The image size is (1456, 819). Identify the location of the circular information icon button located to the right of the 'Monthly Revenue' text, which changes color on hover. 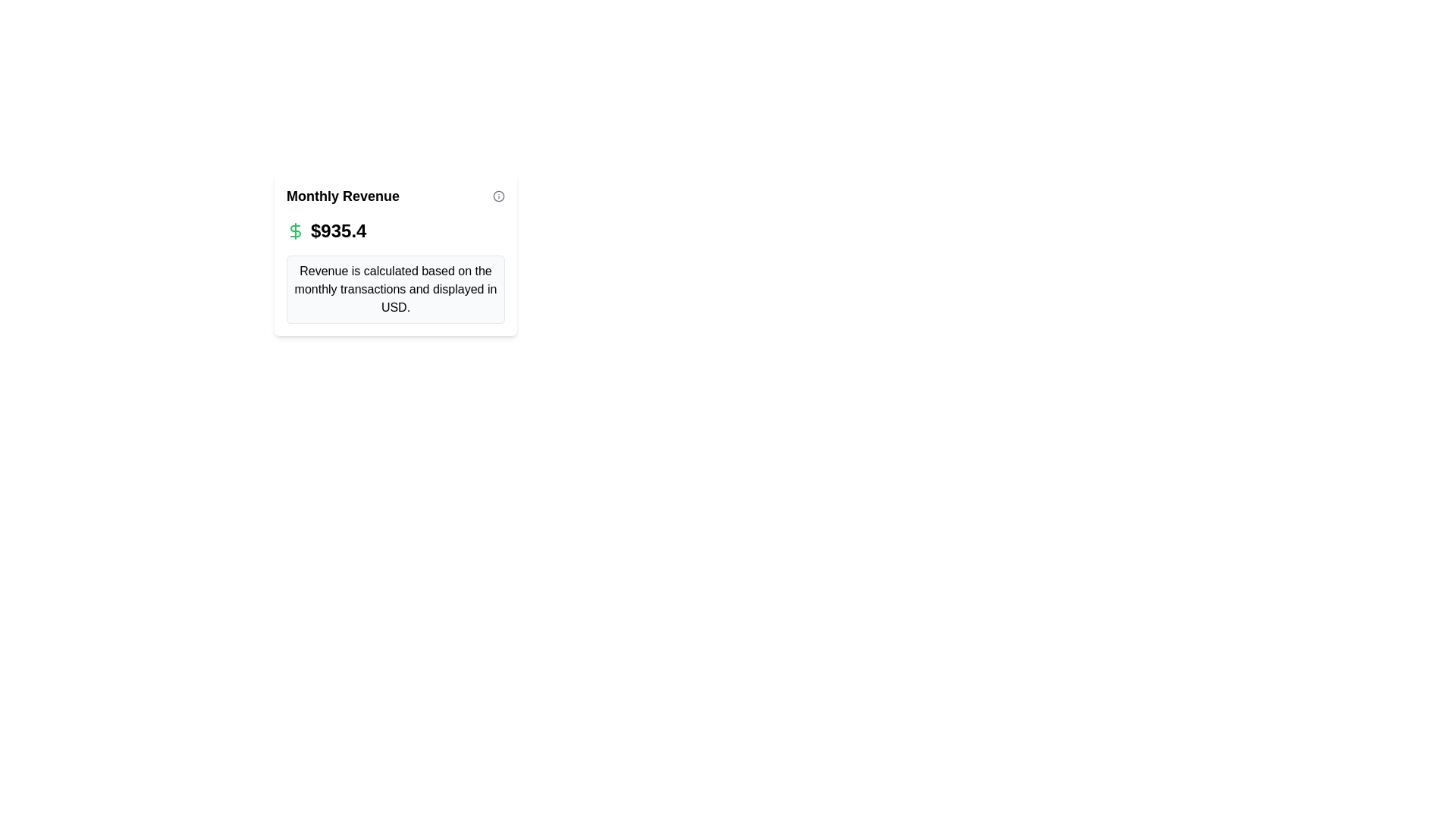
(498, 195).